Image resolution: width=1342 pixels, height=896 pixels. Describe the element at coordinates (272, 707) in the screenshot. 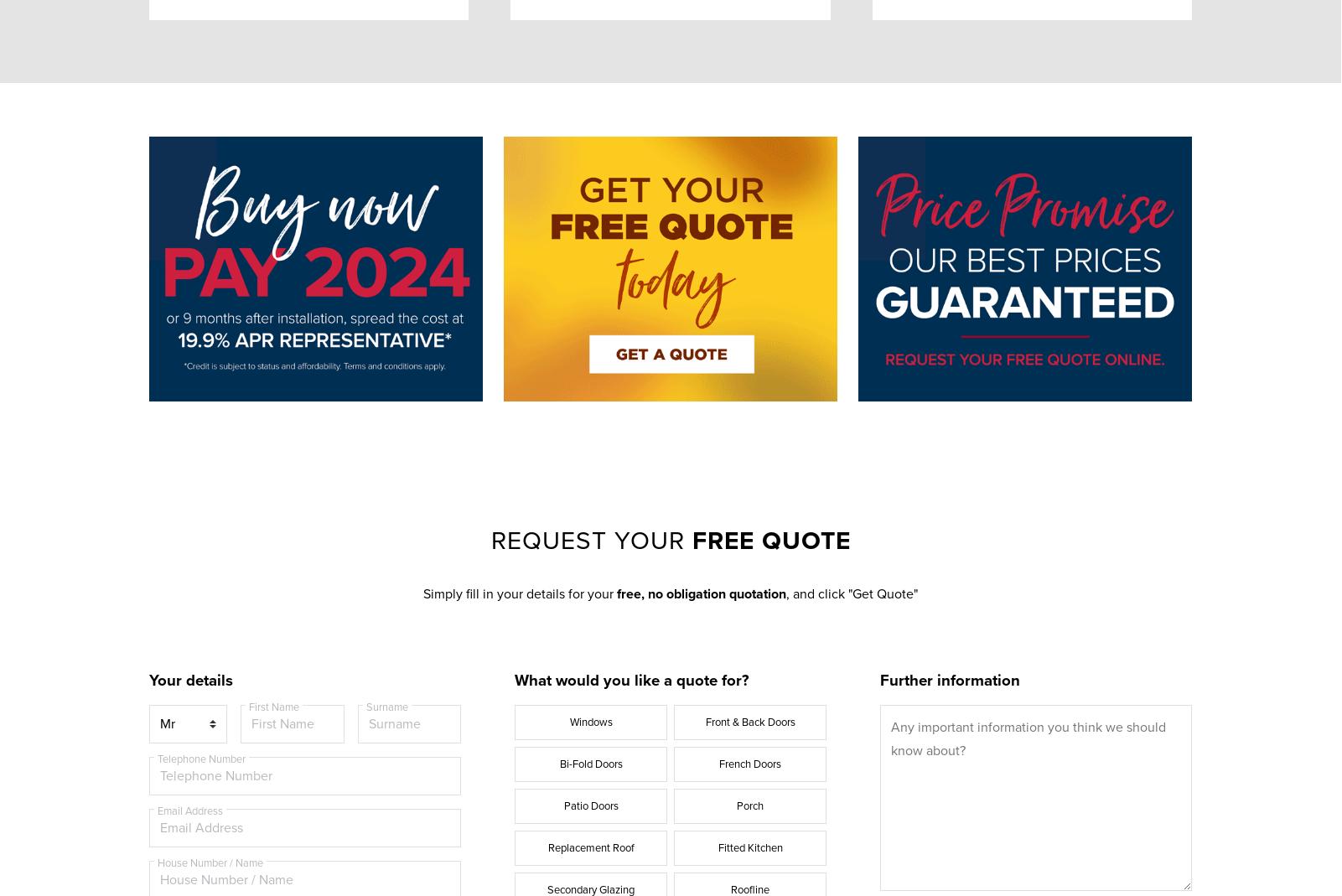

I see `'First Name'` at that location.